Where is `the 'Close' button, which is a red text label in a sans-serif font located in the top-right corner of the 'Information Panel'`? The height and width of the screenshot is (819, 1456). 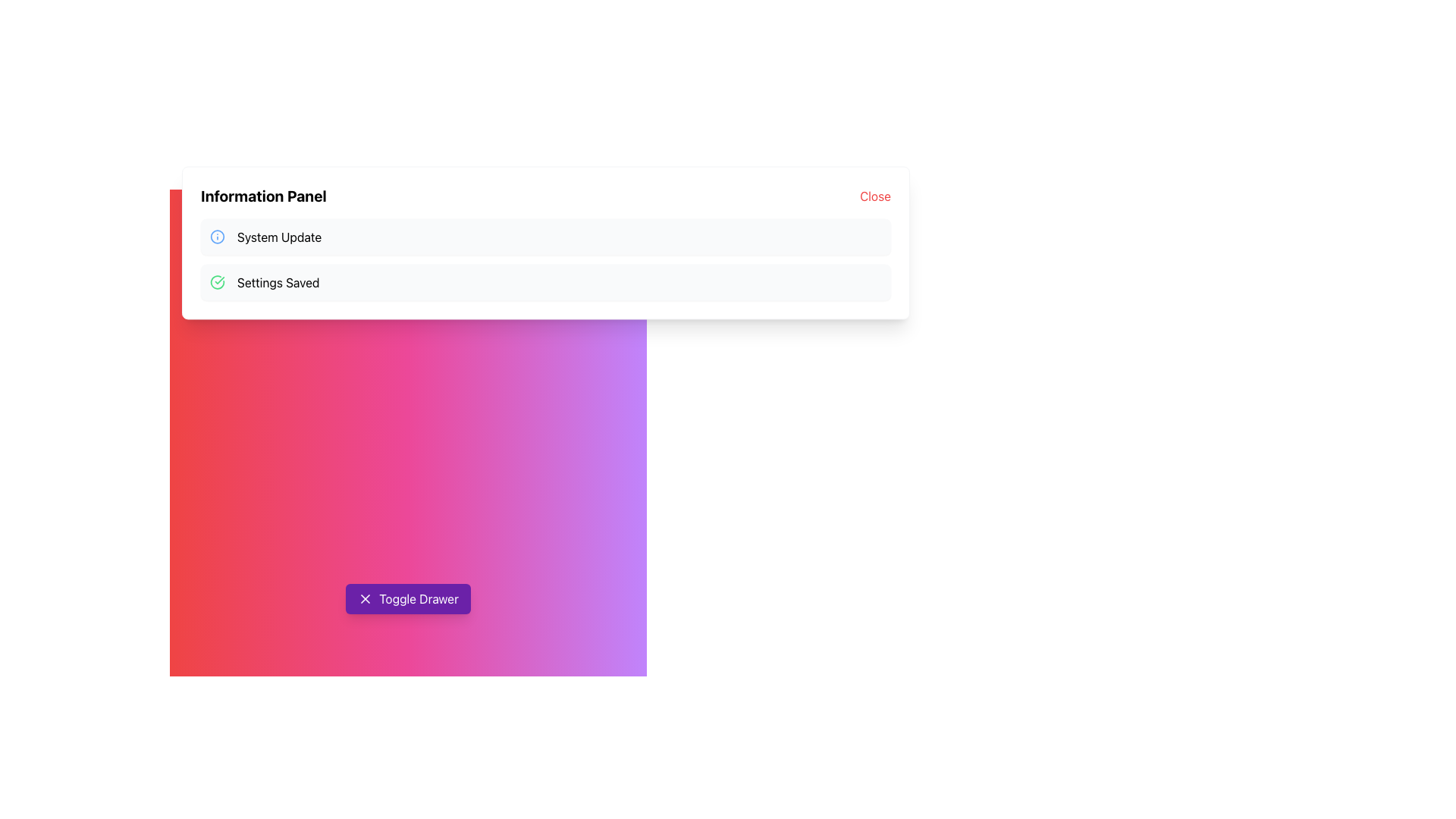 the 'Close' button, which is a red text label in a sans-serif font located in the top-right corner of the 'Information Panel' is located at coordinates (875, 195).